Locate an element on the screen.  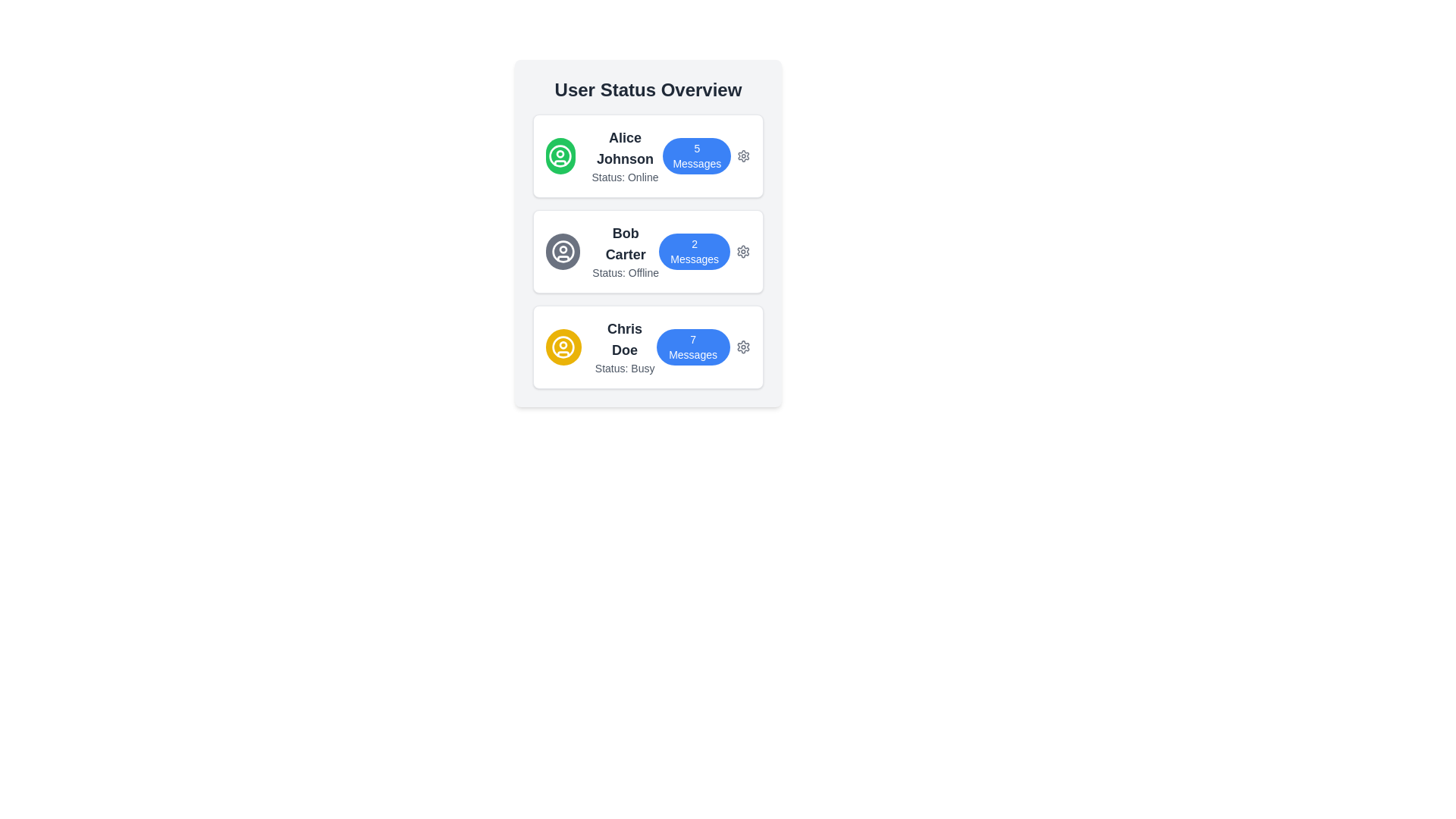
the cogwheel icon button, which is gray with a hover effect, located to the right of the '5 Messages' button in the 'User Status Overview' section is located at coordinates (744, 155).